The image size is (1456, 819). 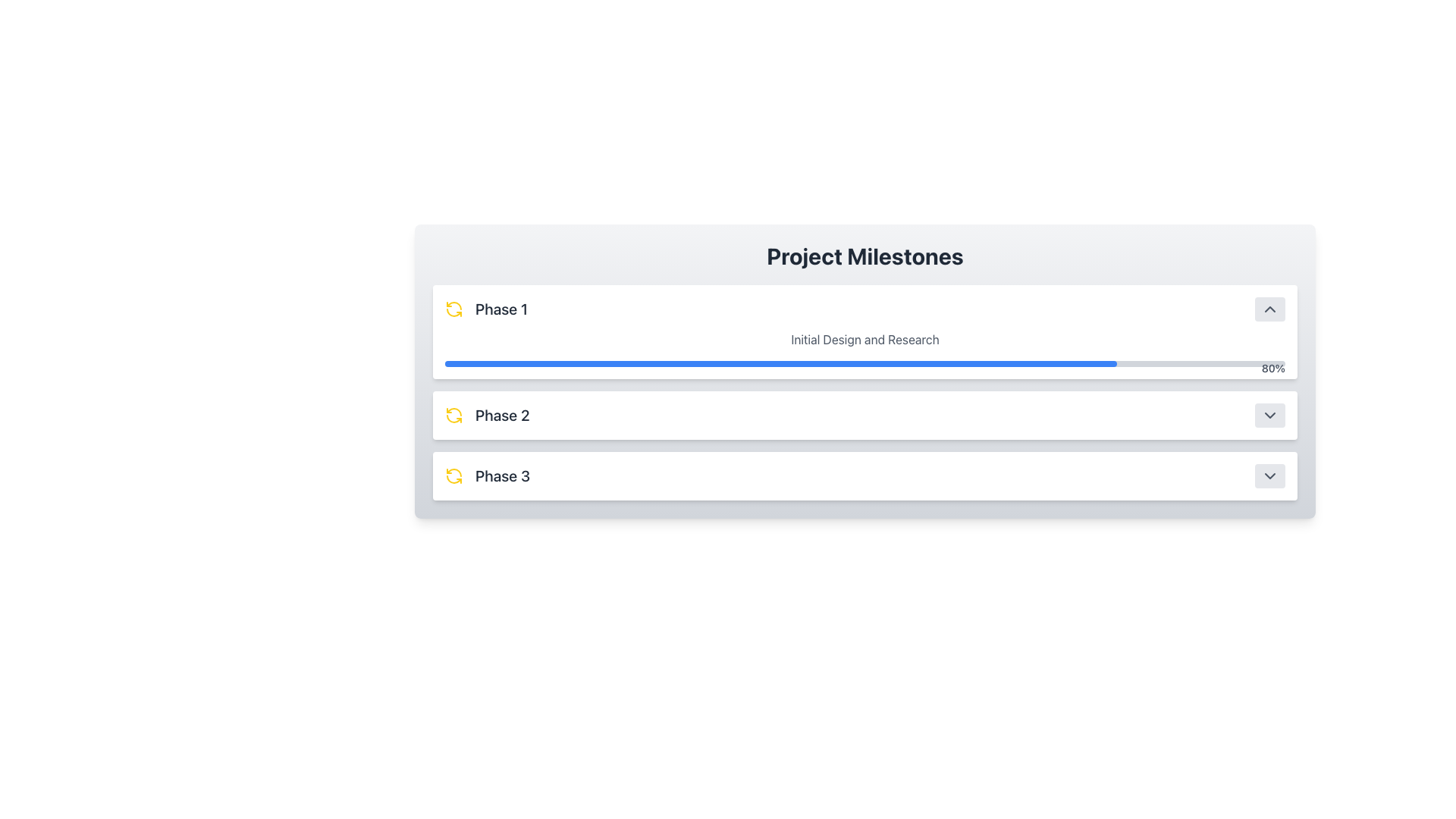 What do you see at coordinates (1270, 309) in the screenshot?
I see `the toggle button located in the top-right corner of the 'Phase 1' section` at bounding box center [1270, 309].